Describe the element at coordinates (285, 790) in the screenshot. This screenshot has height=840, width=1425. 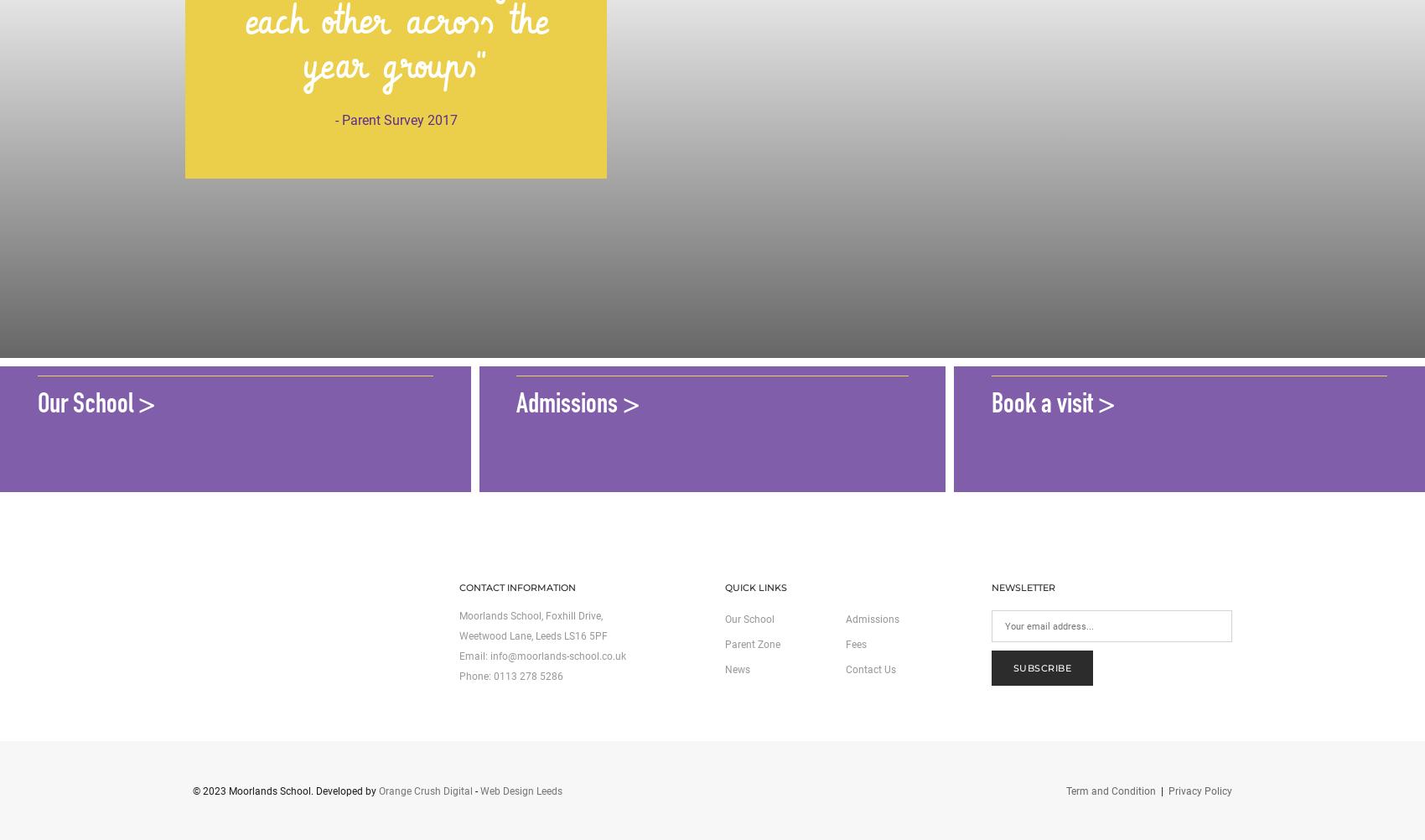
I see `'© 2023 Moorlands School. Developed by'` at that location.